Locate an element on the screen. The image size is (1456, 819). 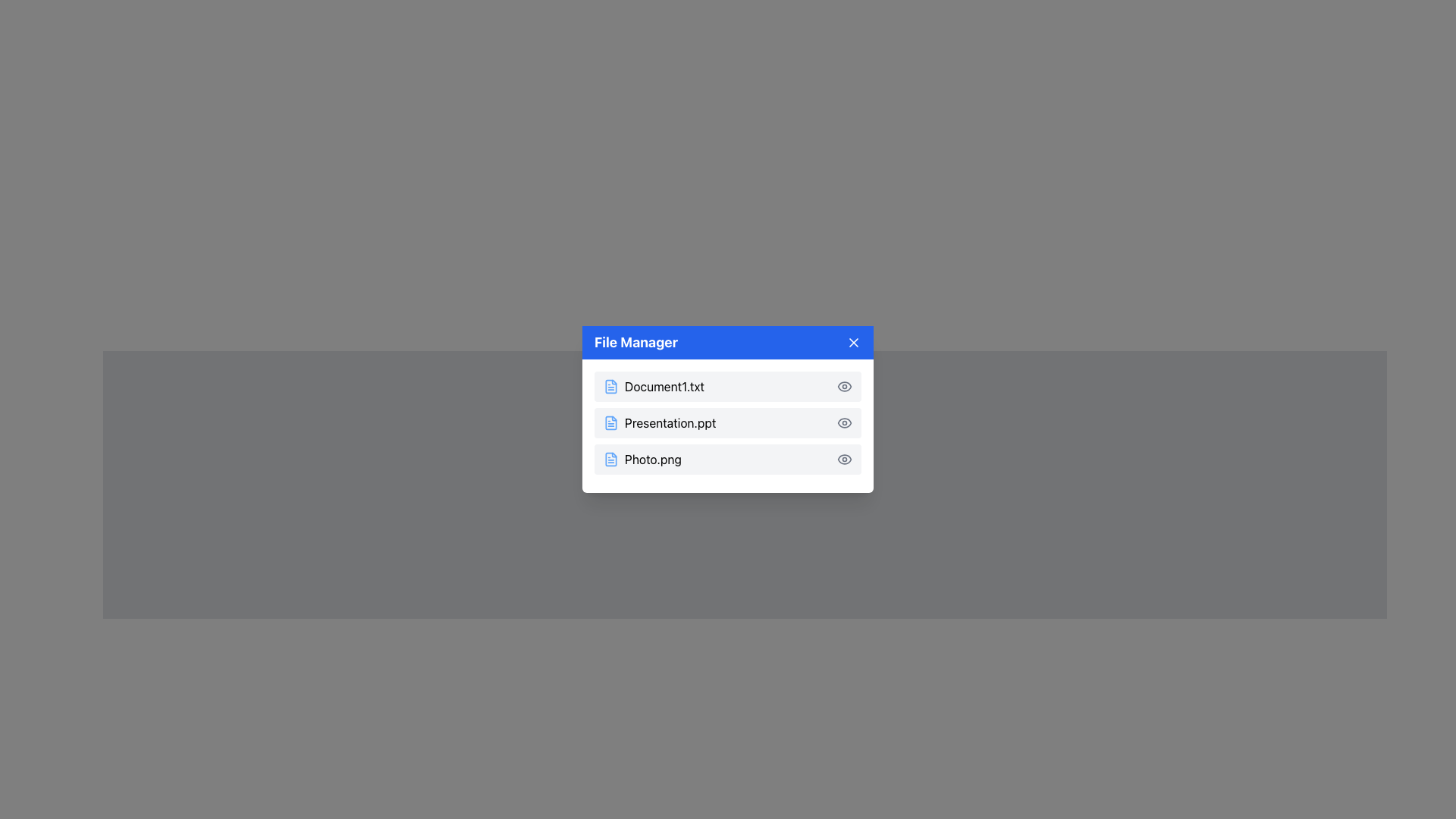
the file type icon representing the 'Photo.png' item in the file manager interface, which is located at the leftmost position and is immediately followed by the text label 'Photo.png' is located at coordinates (611, 458).